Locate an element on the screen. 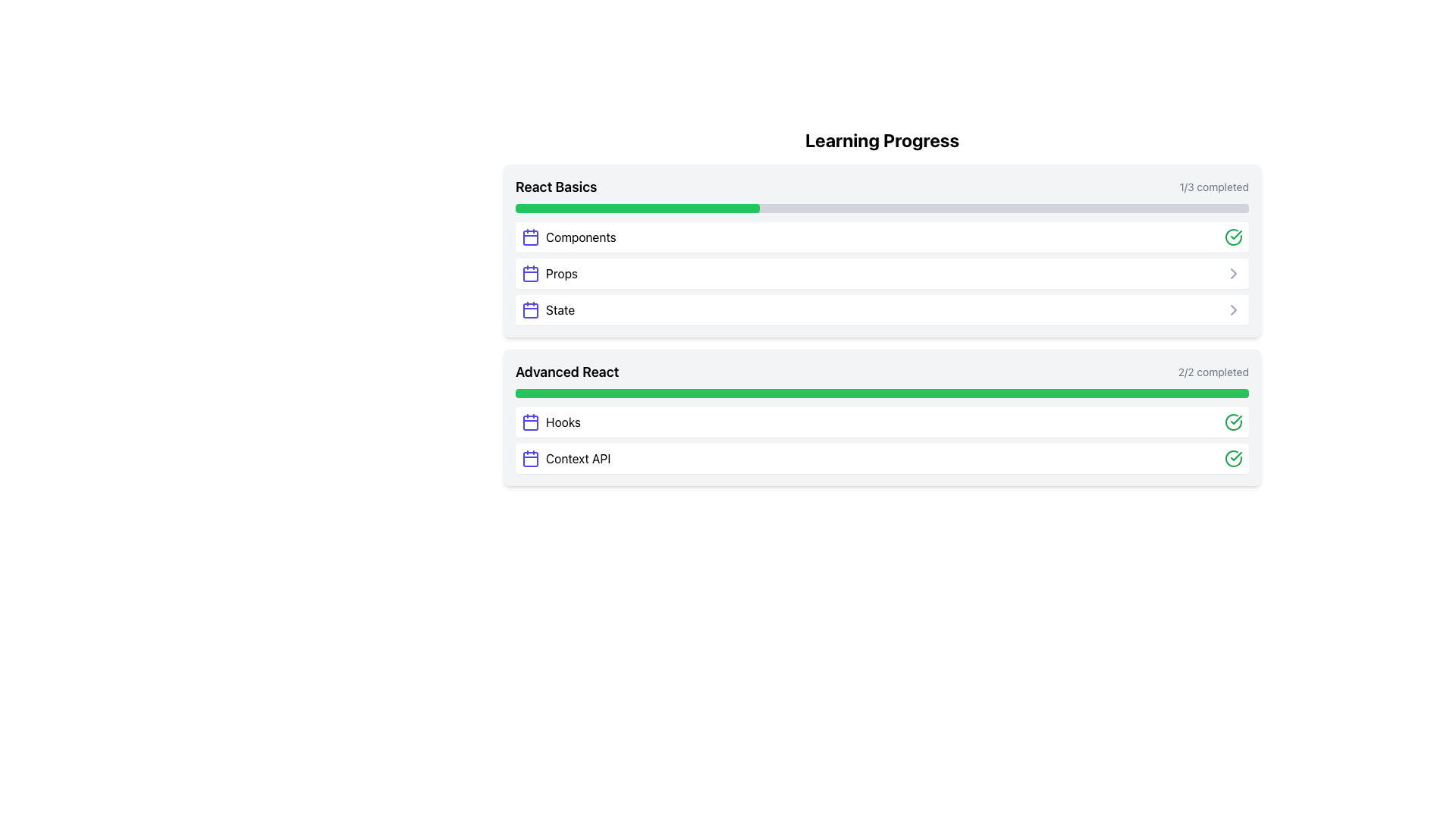 This screenshot has width=1456, height=819. the 'Hooks' text label which indicates a section under 'Advanced React' is located at coordinates (563, 422).